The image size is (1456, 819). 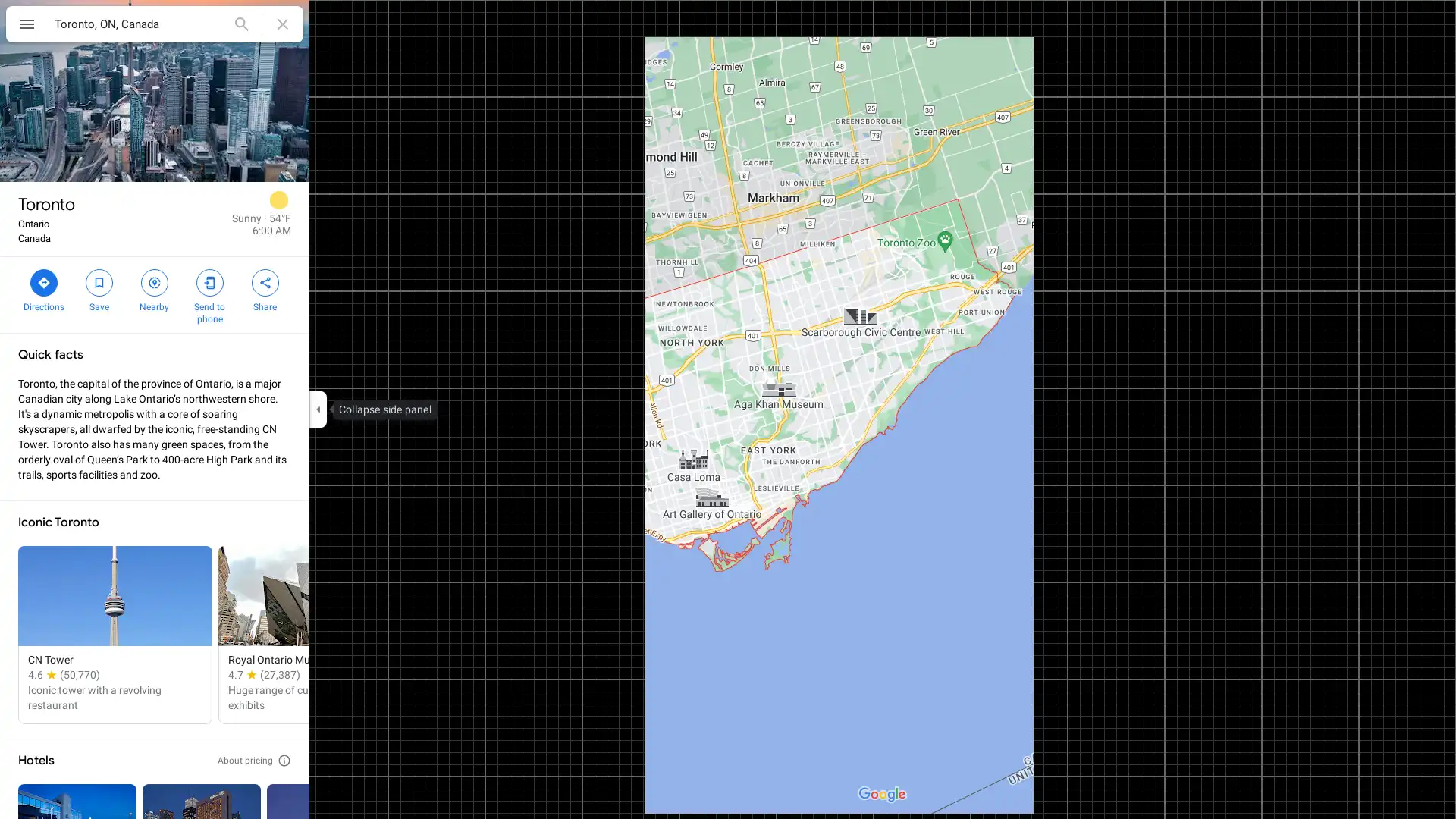 I want to click on Save Toronto in your lists, so click(x=98, y=289).